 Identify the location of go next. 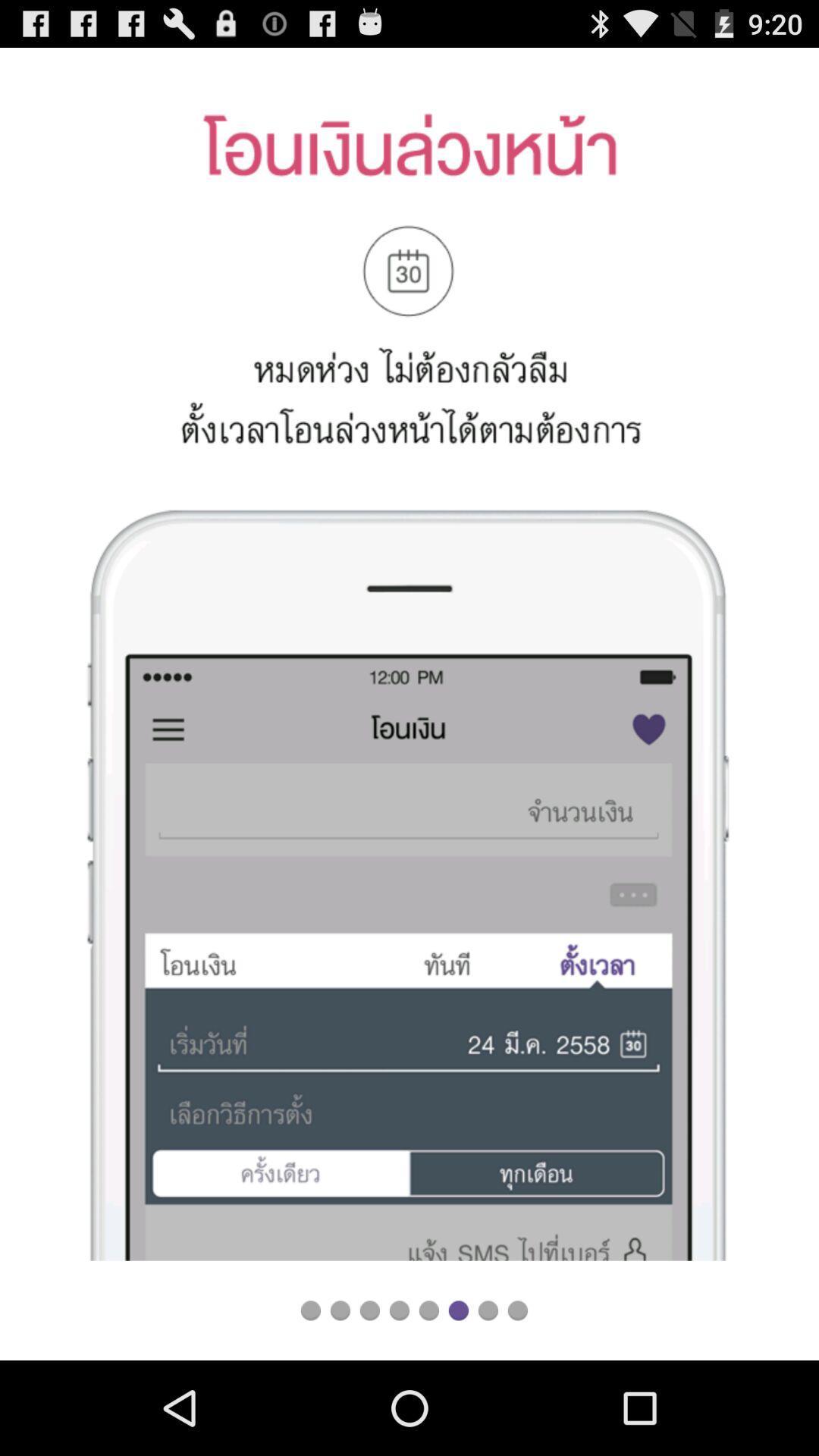
(457, 1310).